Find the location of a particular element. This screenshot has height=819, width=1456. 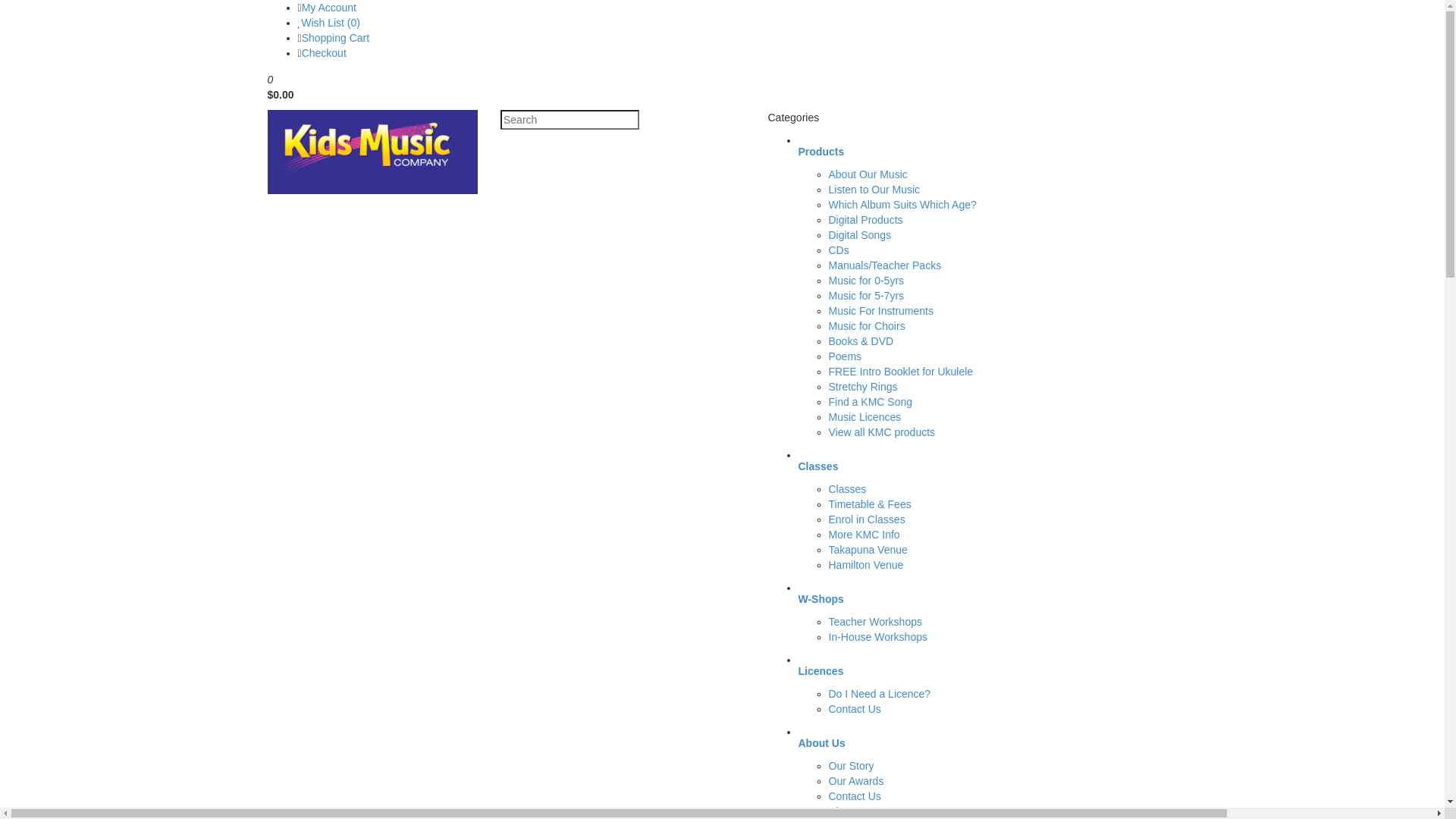

'My Account' is located at coordinates (302, 8).